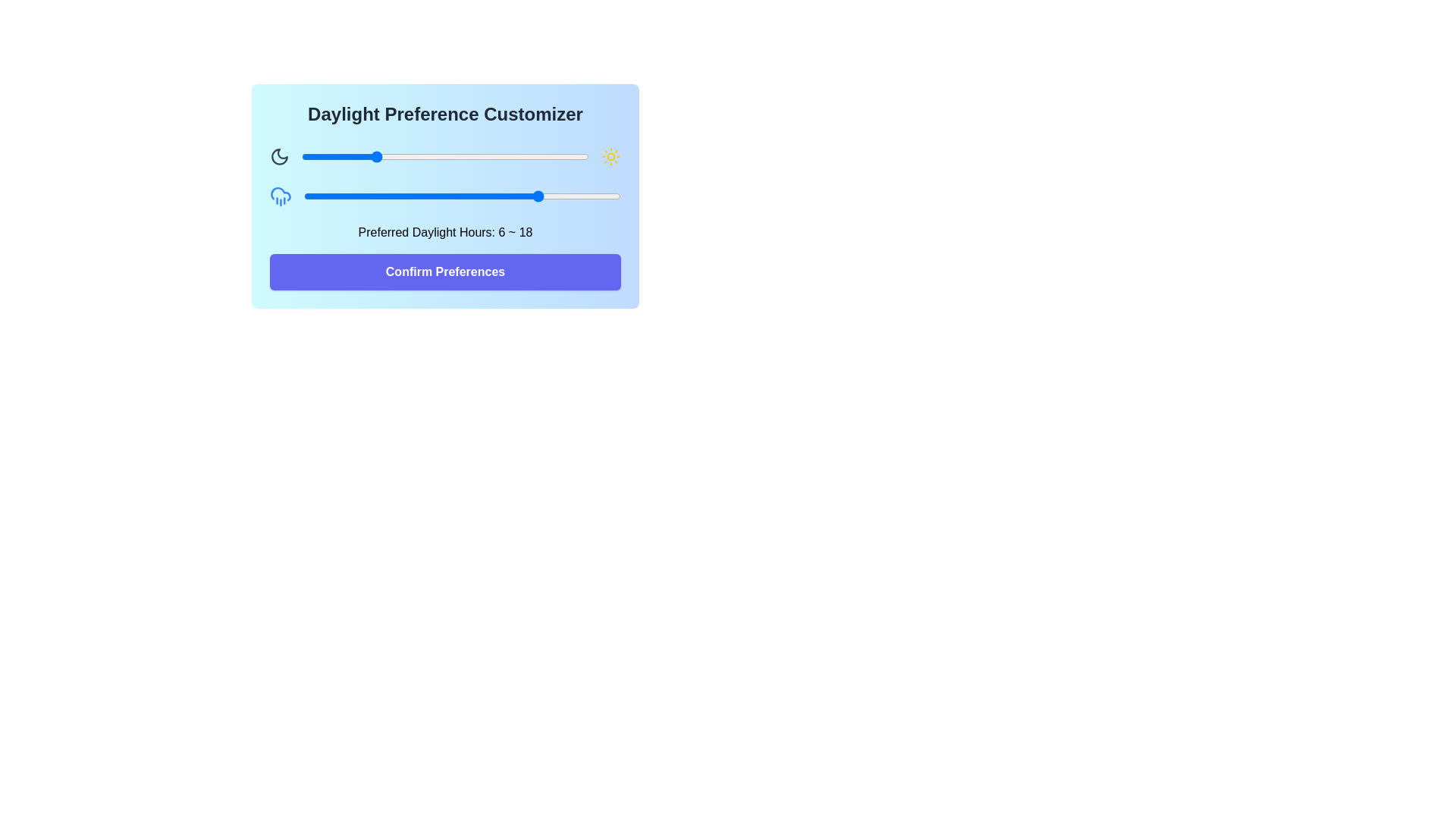  I want to click on the slider thumb of the 'Daylight Preference Customizer', so click(444, 157).